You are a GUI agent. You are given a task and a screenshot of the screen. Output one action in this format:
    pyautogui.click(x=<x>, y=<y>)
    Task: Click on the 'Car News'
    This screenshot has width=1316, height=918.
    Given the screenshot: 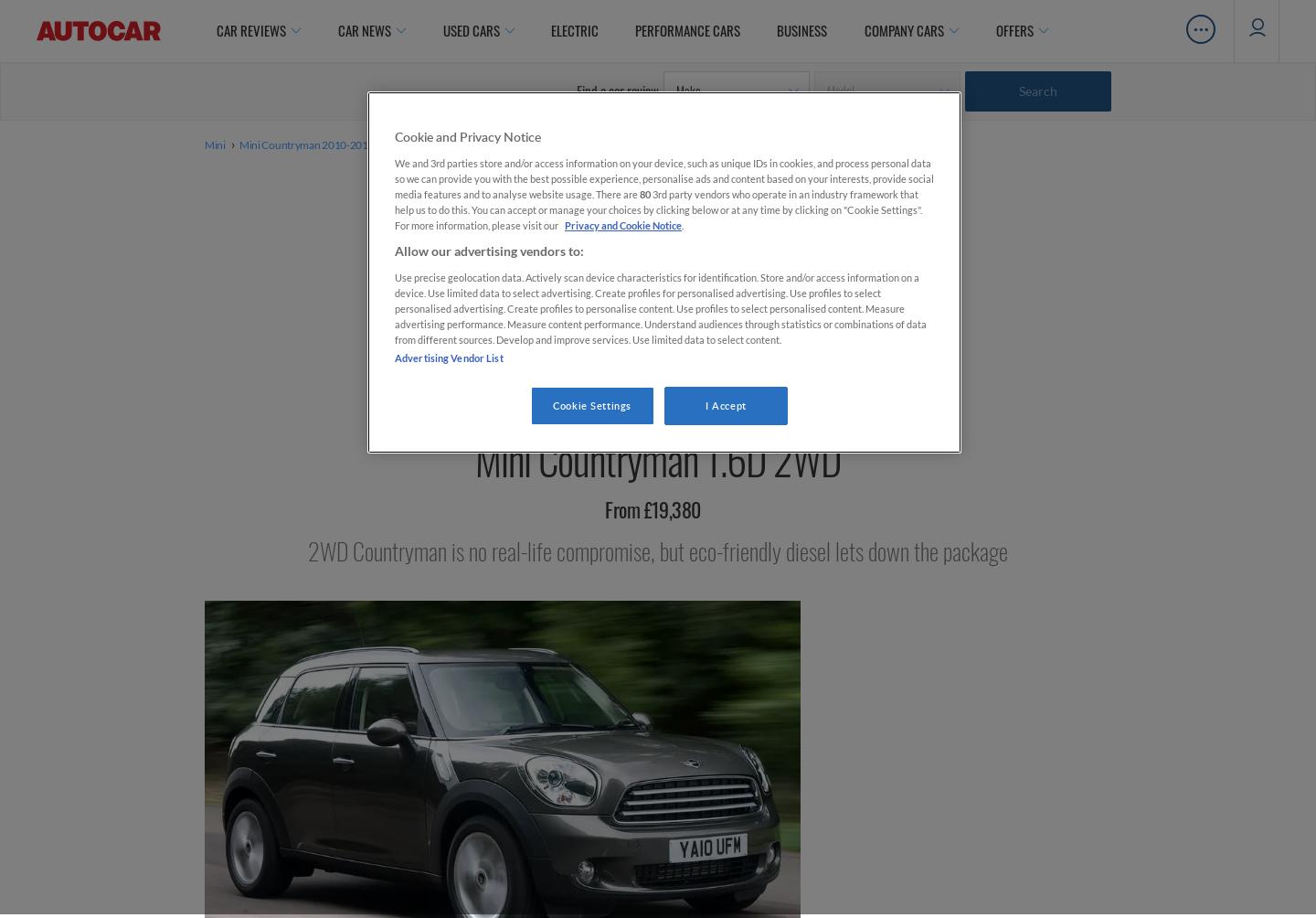 What is the action you would take?
    pyautogui.click(x=336, y=30)
    